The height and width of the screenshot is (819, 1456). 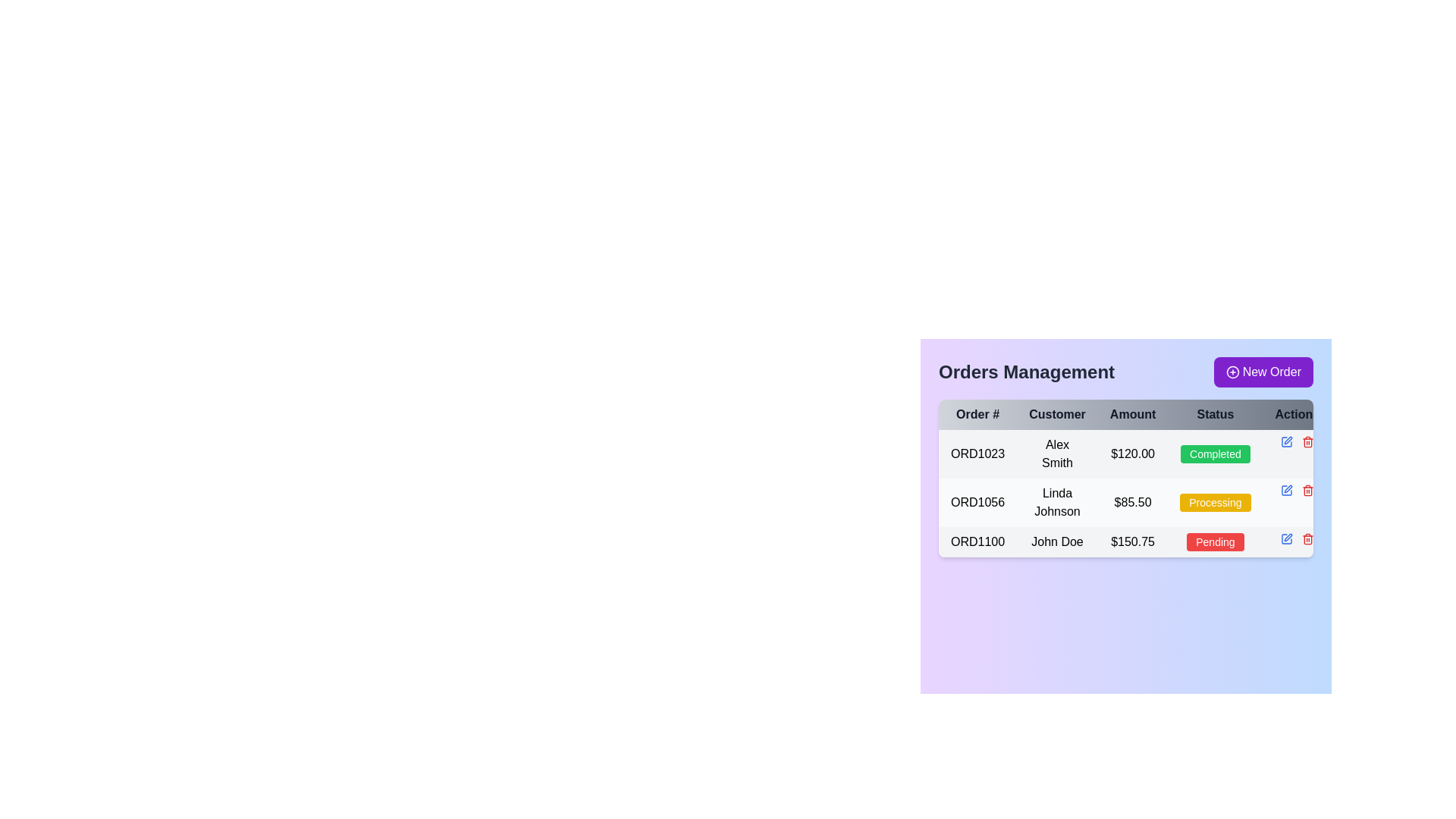 What do you see at coordinates (1056, 503) in the screenshot?
I see `the Text label displaying the customer name associated with order ID 'ORD1056' in the 'Customer' column of the table` at bounding box center [1056, 503].